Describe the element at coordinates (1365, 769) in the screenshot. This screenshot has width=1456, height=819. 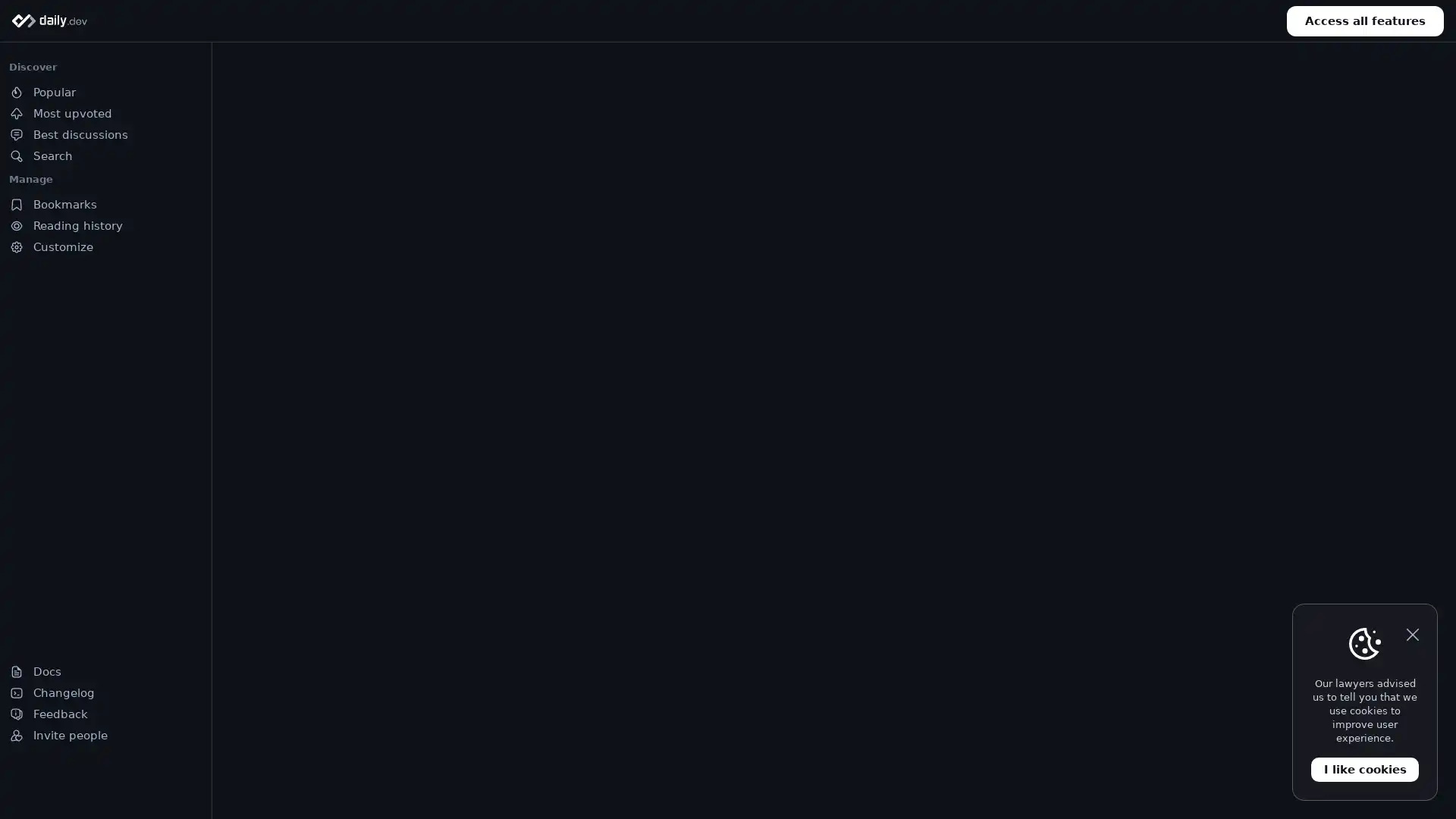
I see `I like cookies` at that location.